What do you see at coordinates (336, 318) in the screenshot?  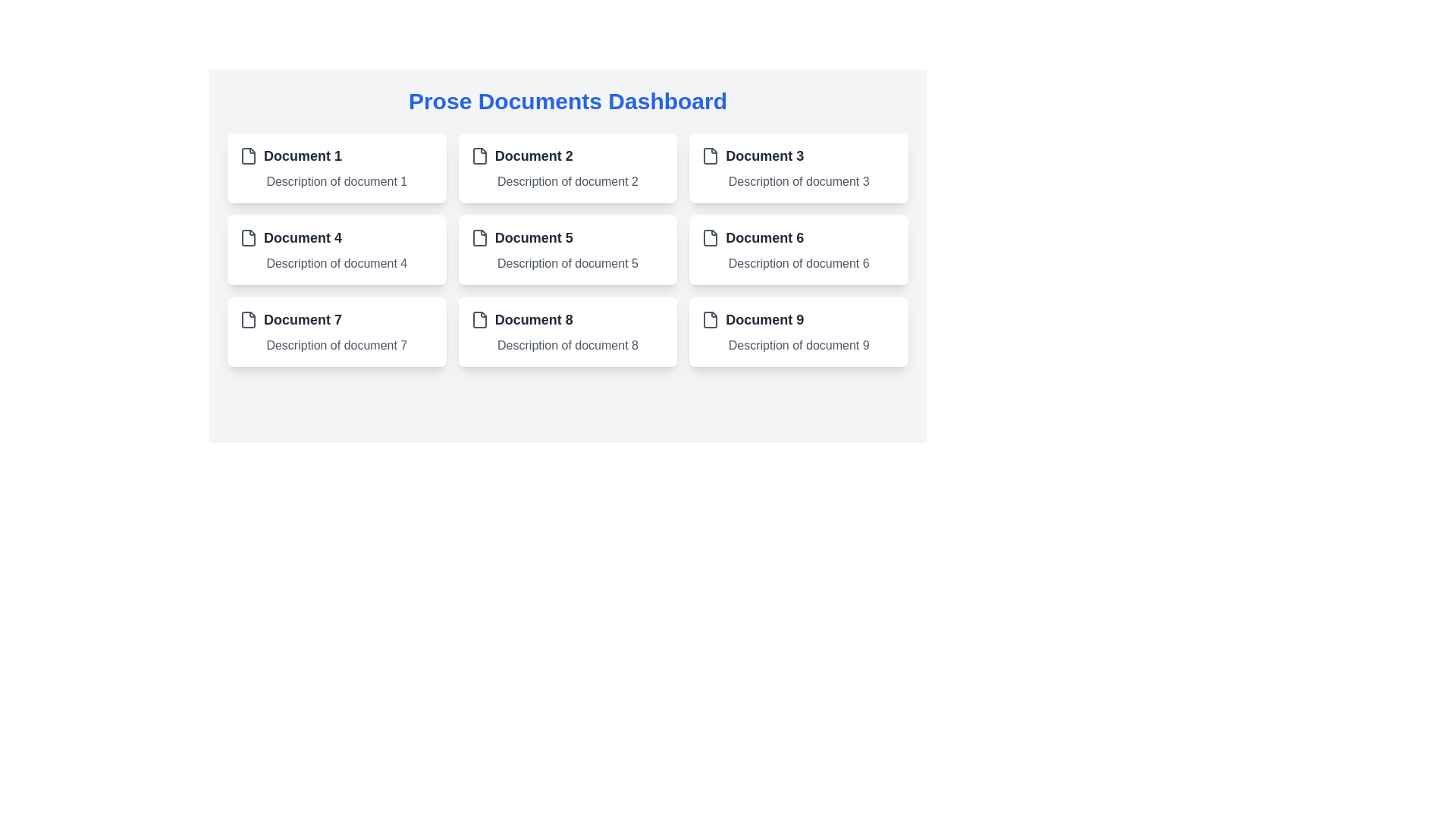 I see `document title displayed as text at the top-left corner of the card, which is aligned with the document icon to its left` at bounding box center [336, 318].